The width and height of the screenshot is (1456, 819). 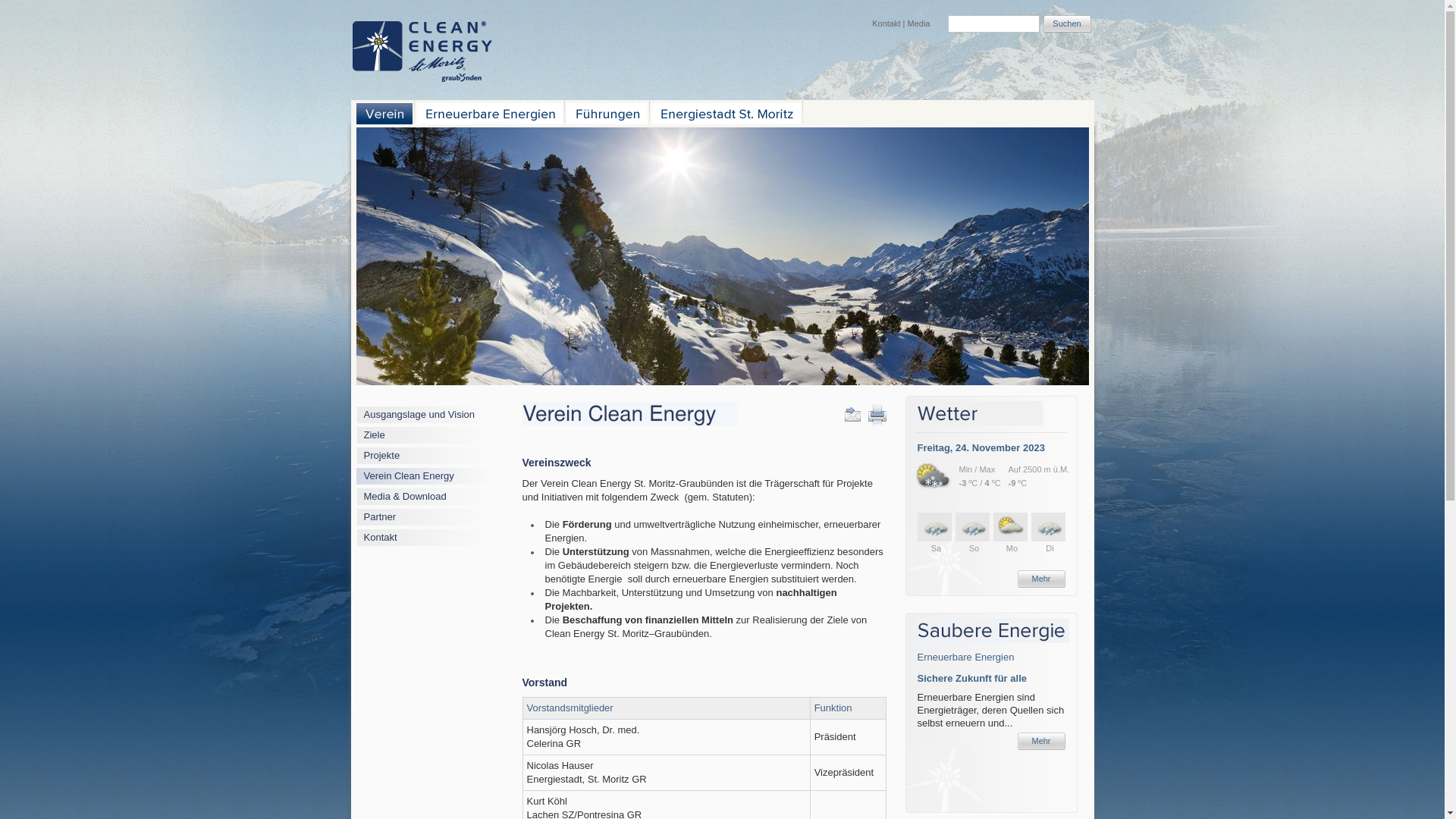 What do you see at coordinates (364, 475) in the screenshot?
I see `'Verein Clean Energy'` at bounding box center [364, 475].